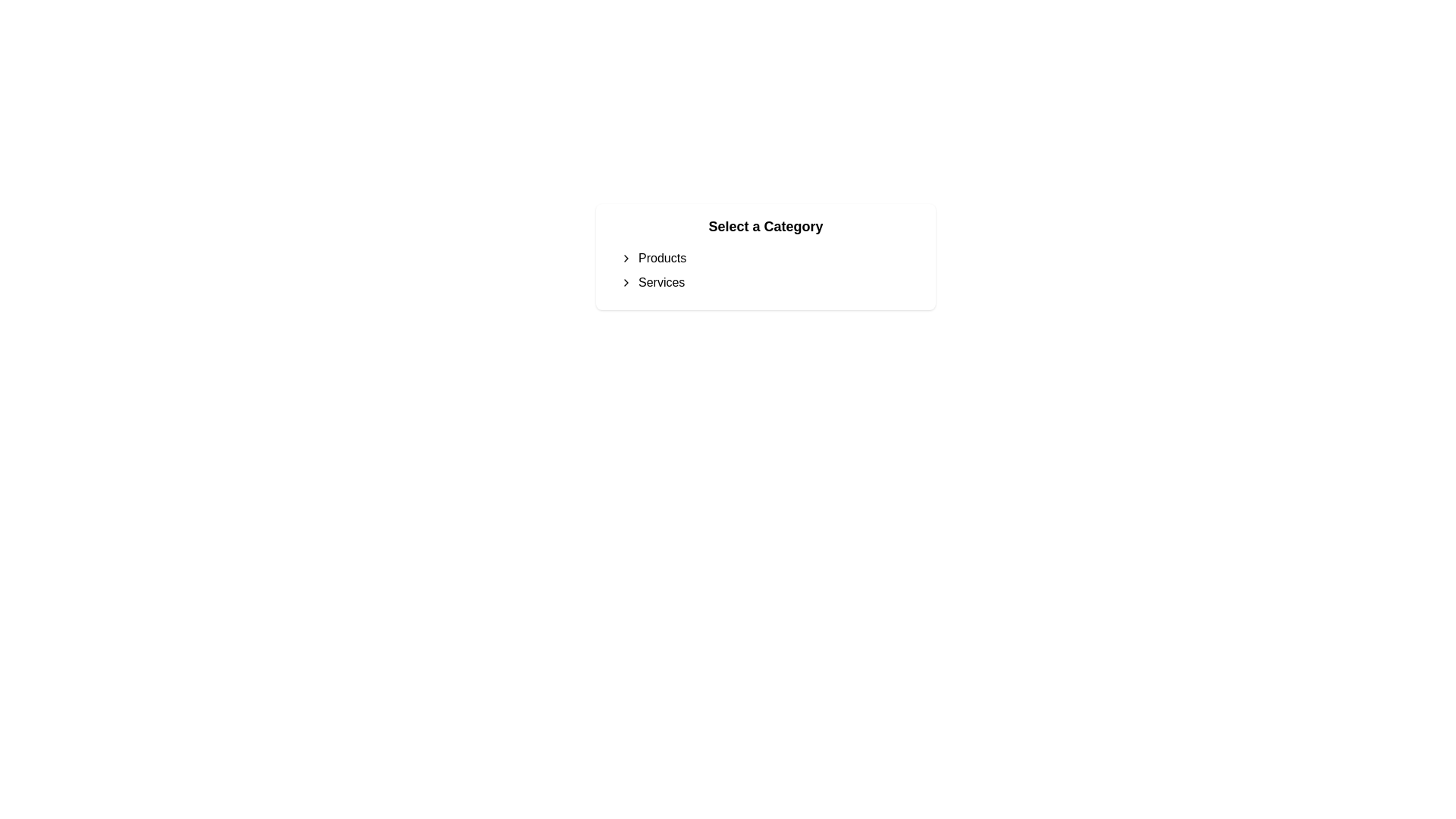 The image size is (1456, 819). What do you see at coordinates (662, 257) in the screenshot?
I see `the selectable Text label that represents a category option in the list under 'Select a Category'` at bounding box center [662, 257].